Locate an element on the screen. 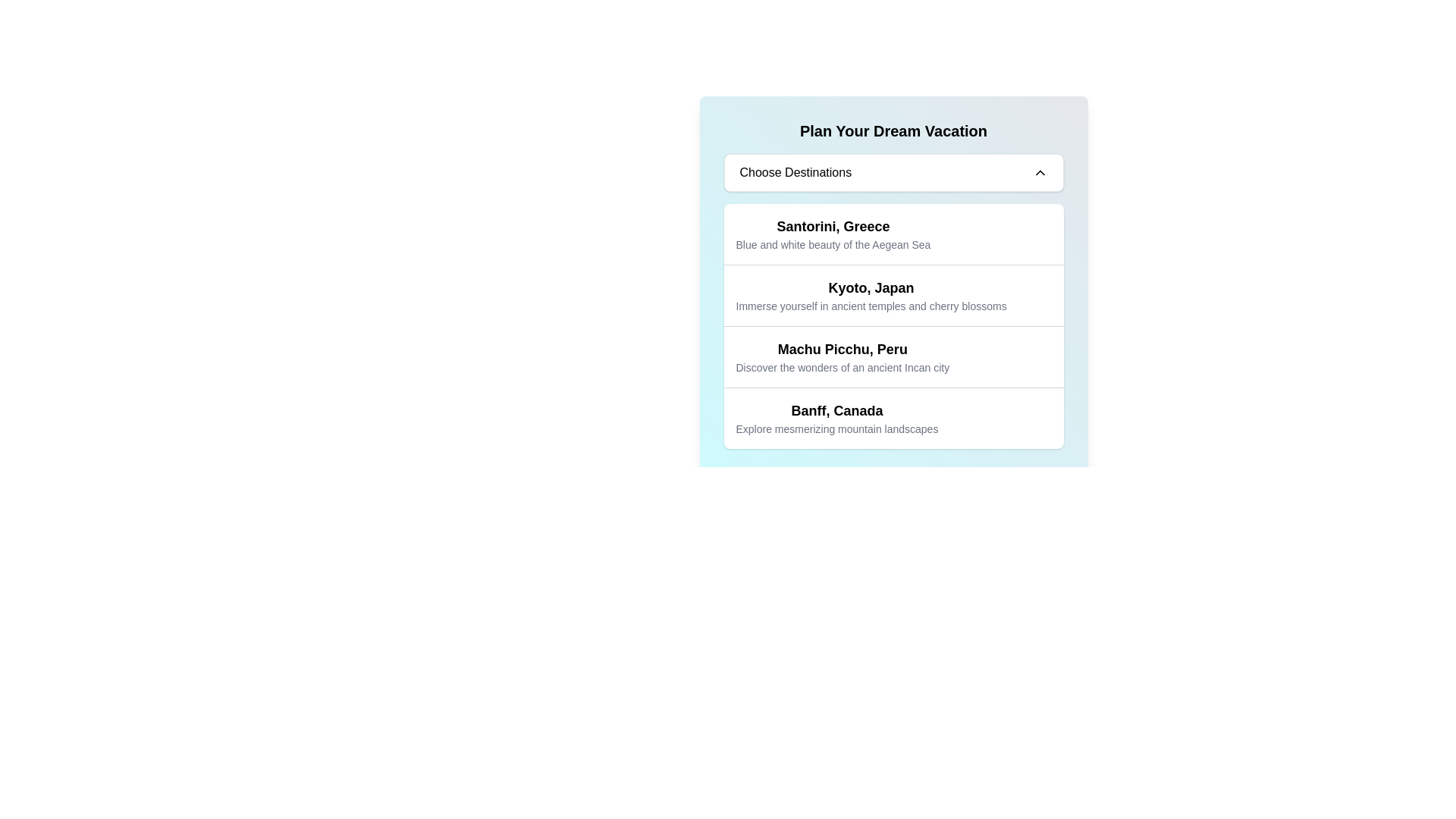 The image size is (1456, 819). the descriptive text label for the 'Banff, Canada' destination, which is located directly below the title in the fourth item of the selectable list is located at coordinates (836, 429).